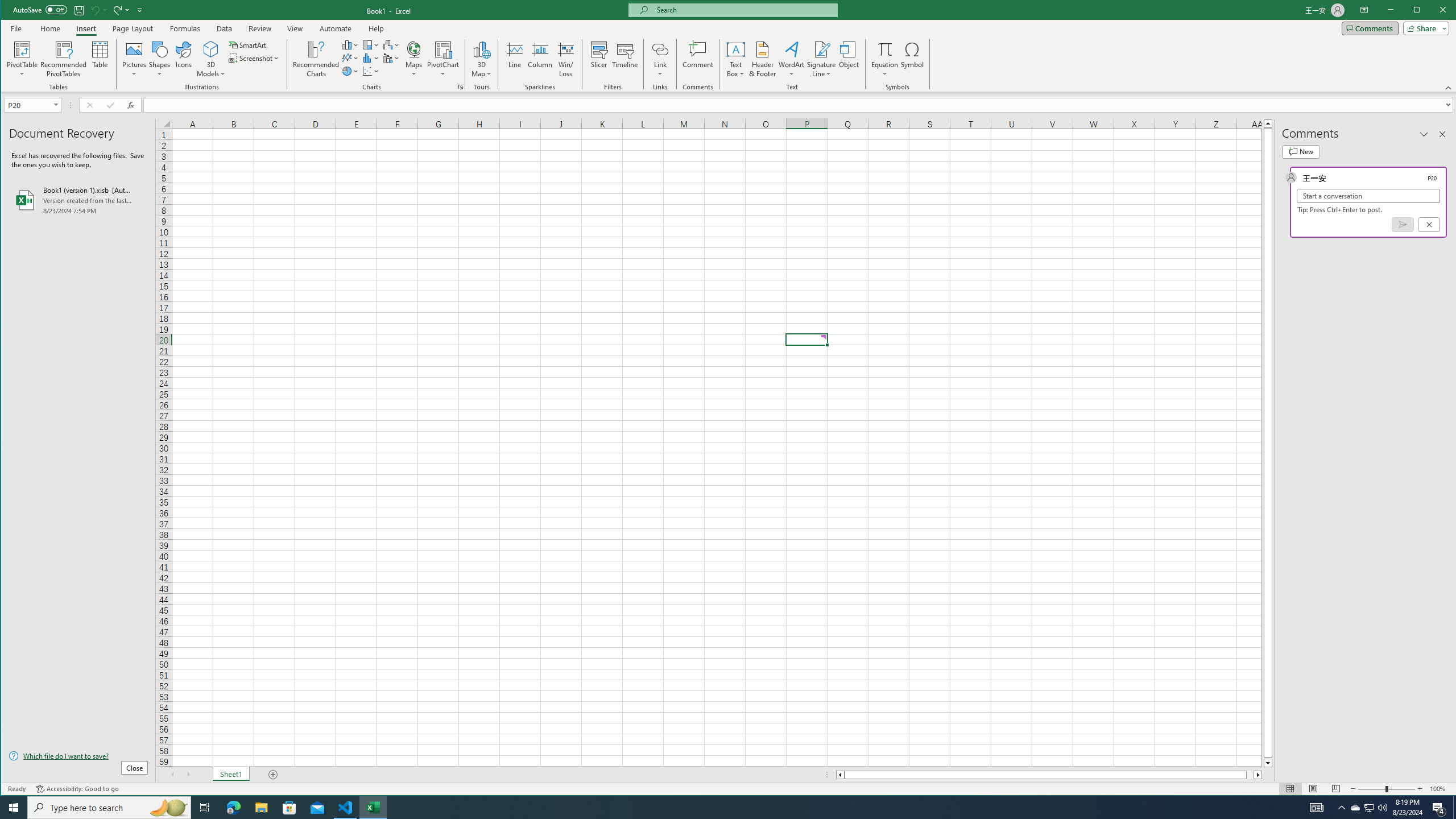 The height and width of the screenshot is (819, 1456). I want to click on 'Signature Line', so click(821, 59).